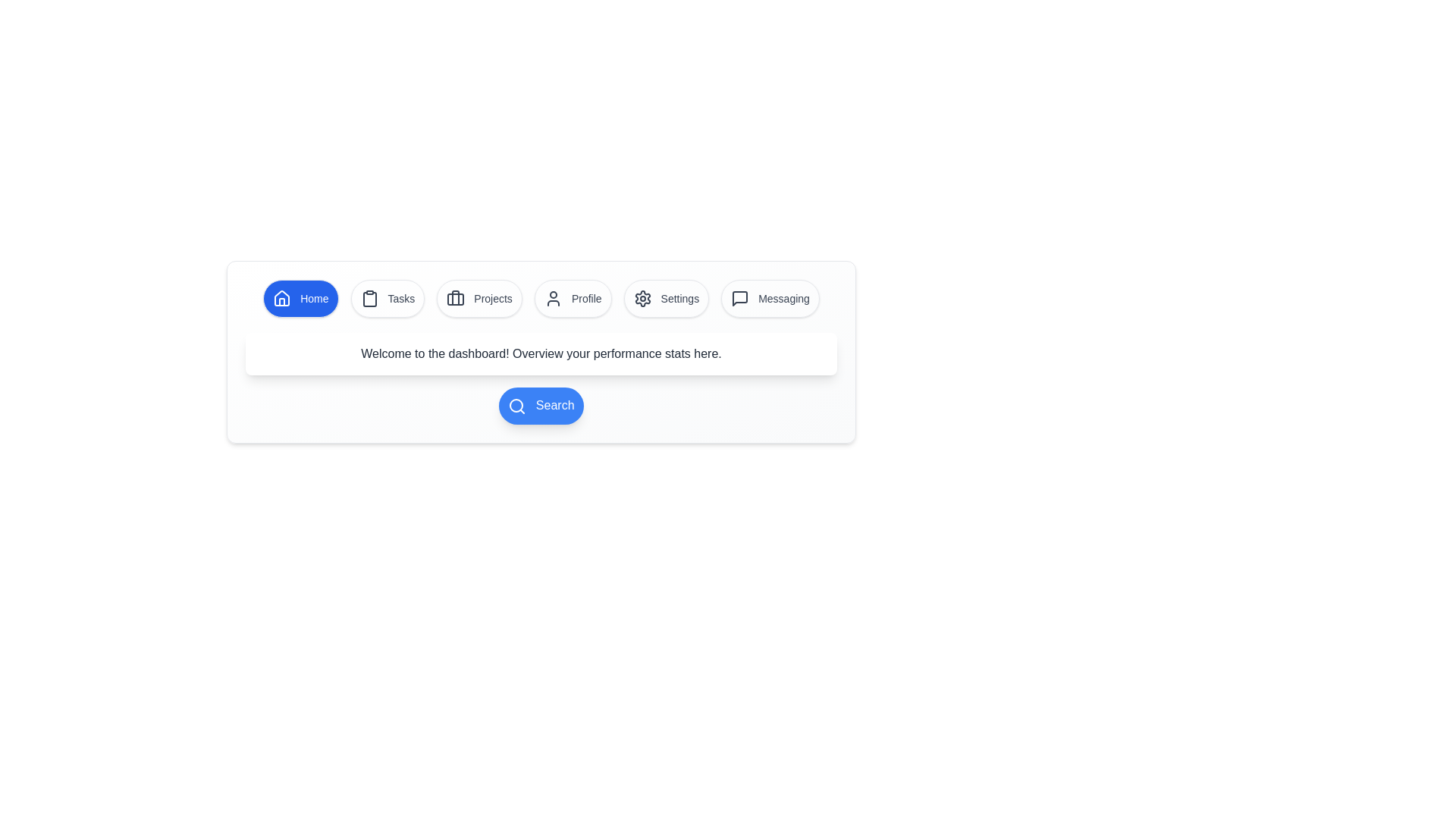 The width and height of the screenshot is (1456, 819). I want to click on the settings button, which is the fifth button in a group of horizontally aligned buttons at the center-top section of the layout, so click(666, 298).